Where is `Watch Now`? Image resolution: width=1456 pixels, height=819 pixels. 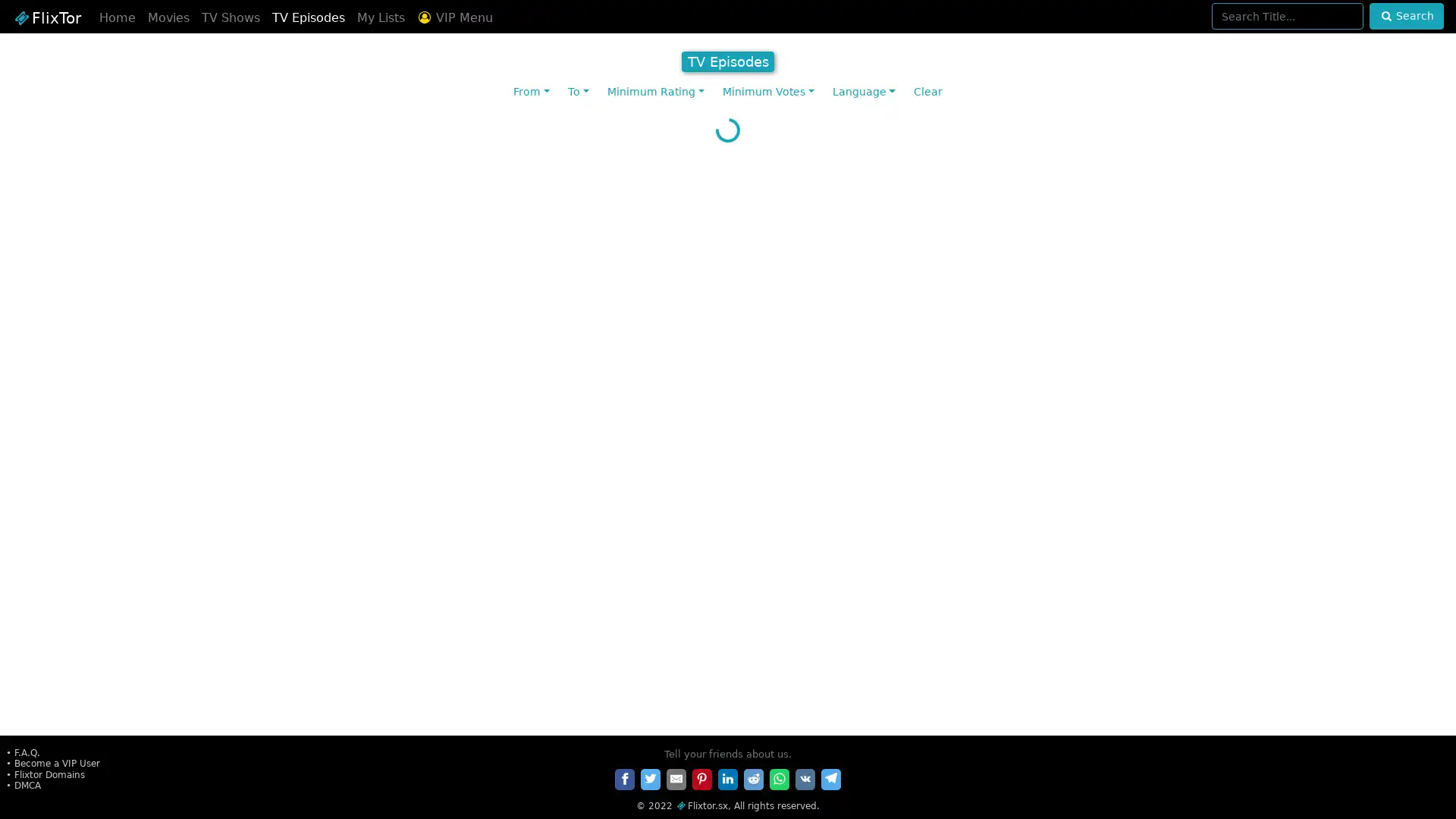 Watch Now is located at coordinates (120, 716).